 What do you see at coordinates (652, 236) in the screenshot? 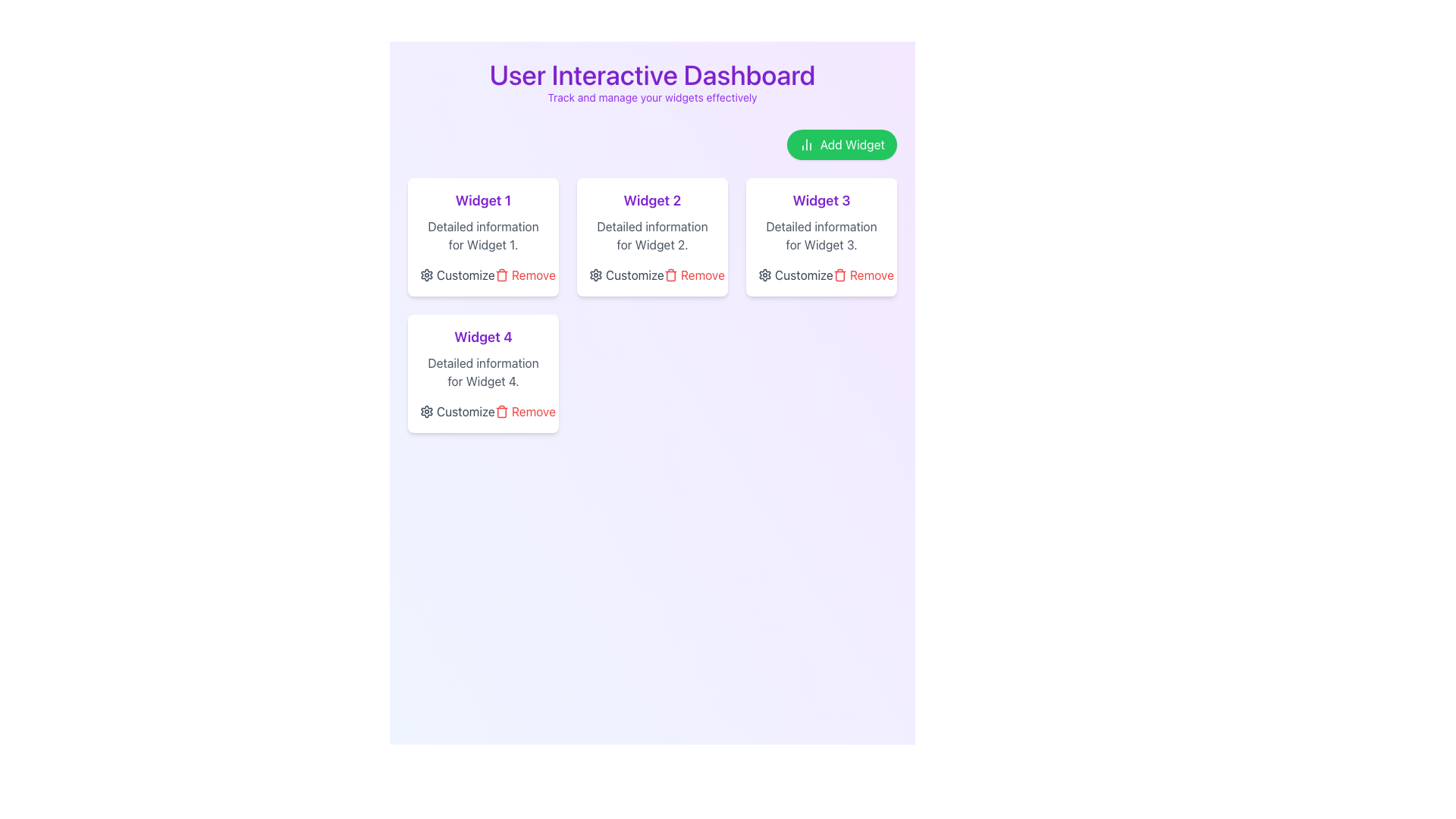
I see `the static text block displaying 'Detailed information for Widget 2' located beneath the heading 'Widget 2' within its card component` at bounding box center [652, 236].